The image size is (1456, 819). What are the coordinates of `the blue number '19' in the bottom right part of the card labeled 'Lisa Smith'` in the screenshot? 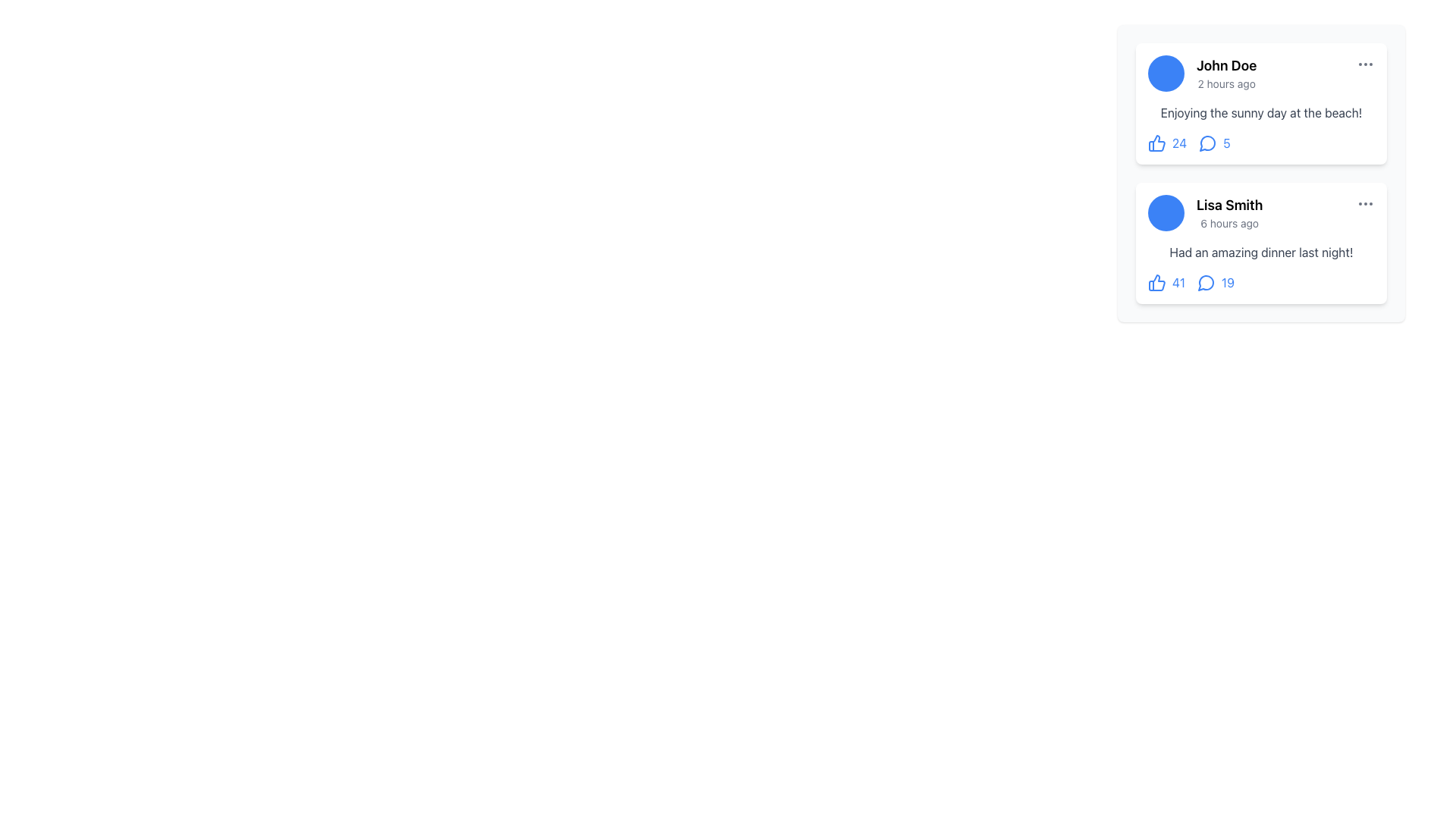 It's located at (1216, 283).